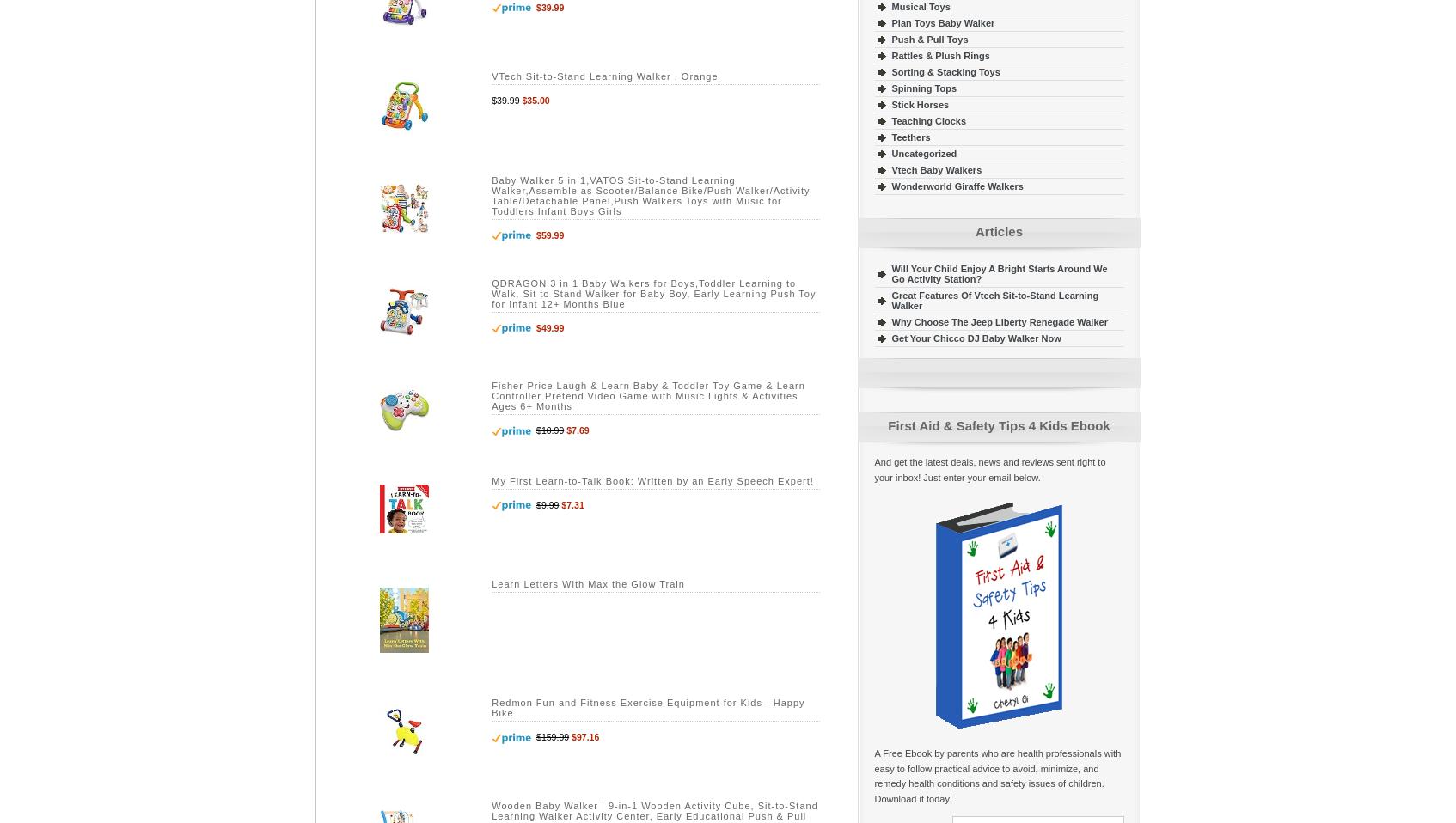 Image resolution: width=1456 pixels, height=823 pixels. I want to click on 'And get the latest deals, news and reviews sent right to your inbox! Just enter your email below.', so click(989, 468).